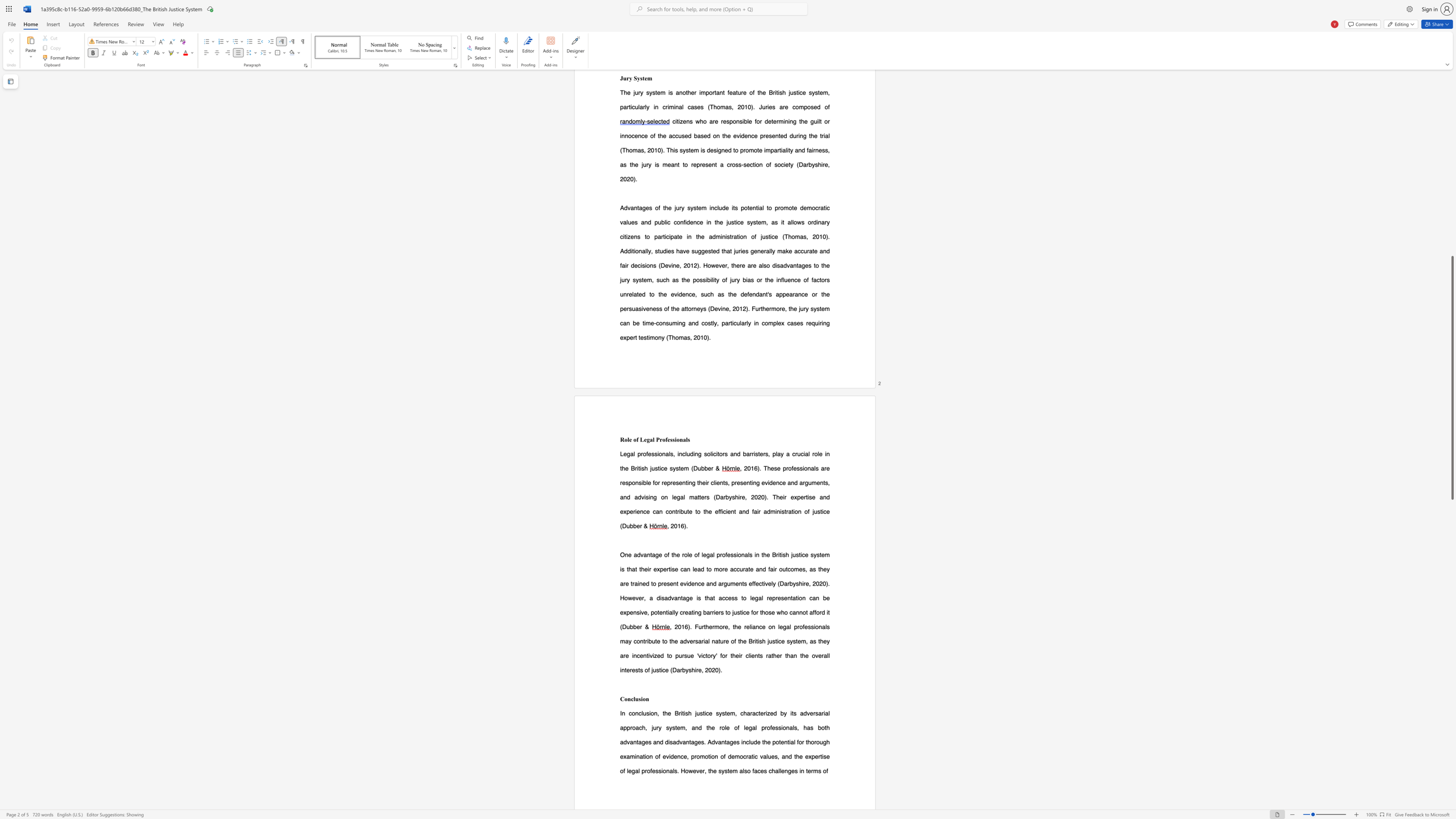  Describe the element at coordinates (806, 626) in the screenshot. I see `the 7th character "e" in the text` at that location.